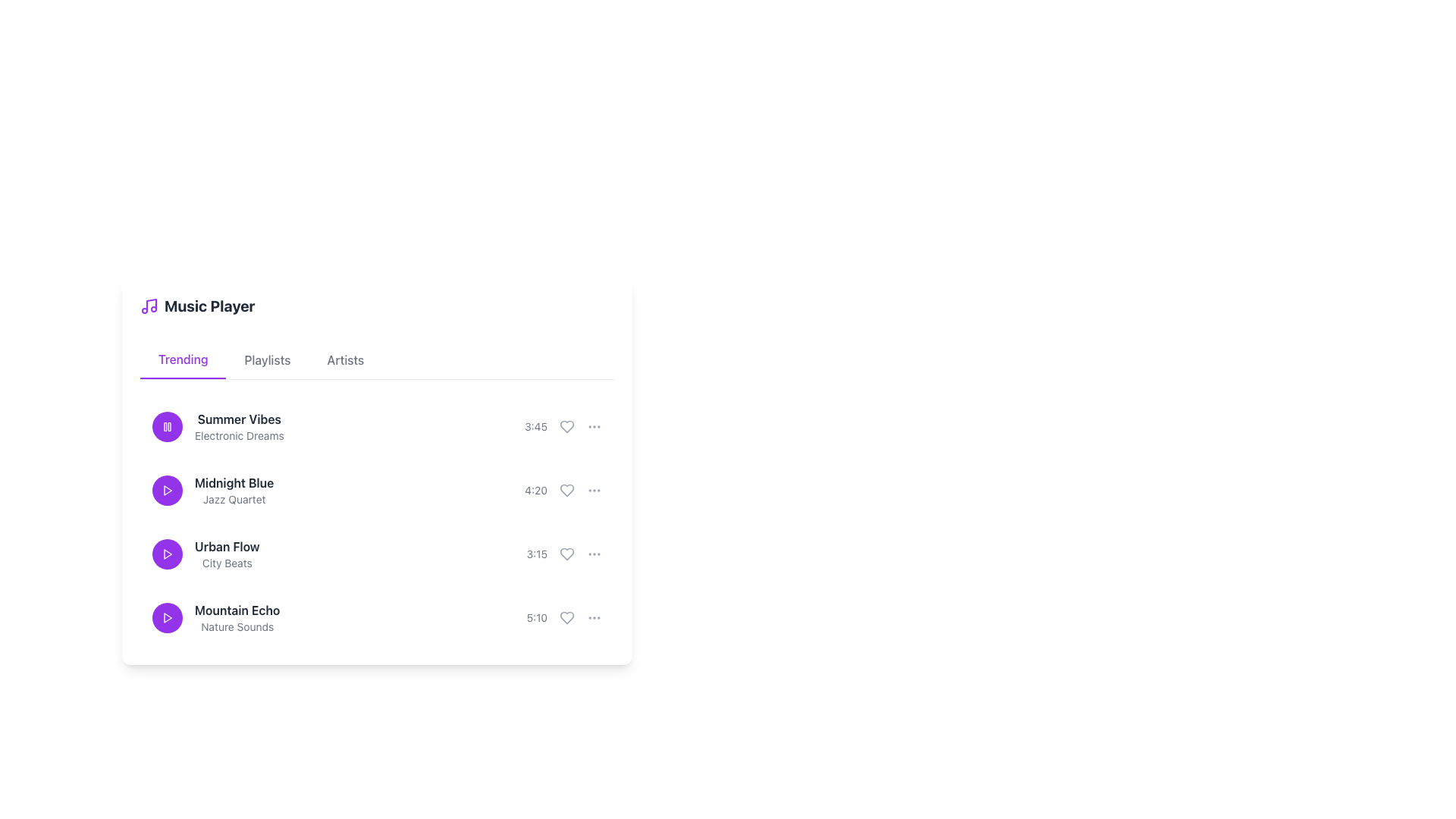 The height and width of the screenshot is (819, 1456). Describe the element at coordinates (234, 491) in the screenshot. I see `text from the Text display element titled 'Midnight Blue' and 'Jazz Quartet', which is the second item in the list under the heading 'Trending' in the music player interface` at that location.